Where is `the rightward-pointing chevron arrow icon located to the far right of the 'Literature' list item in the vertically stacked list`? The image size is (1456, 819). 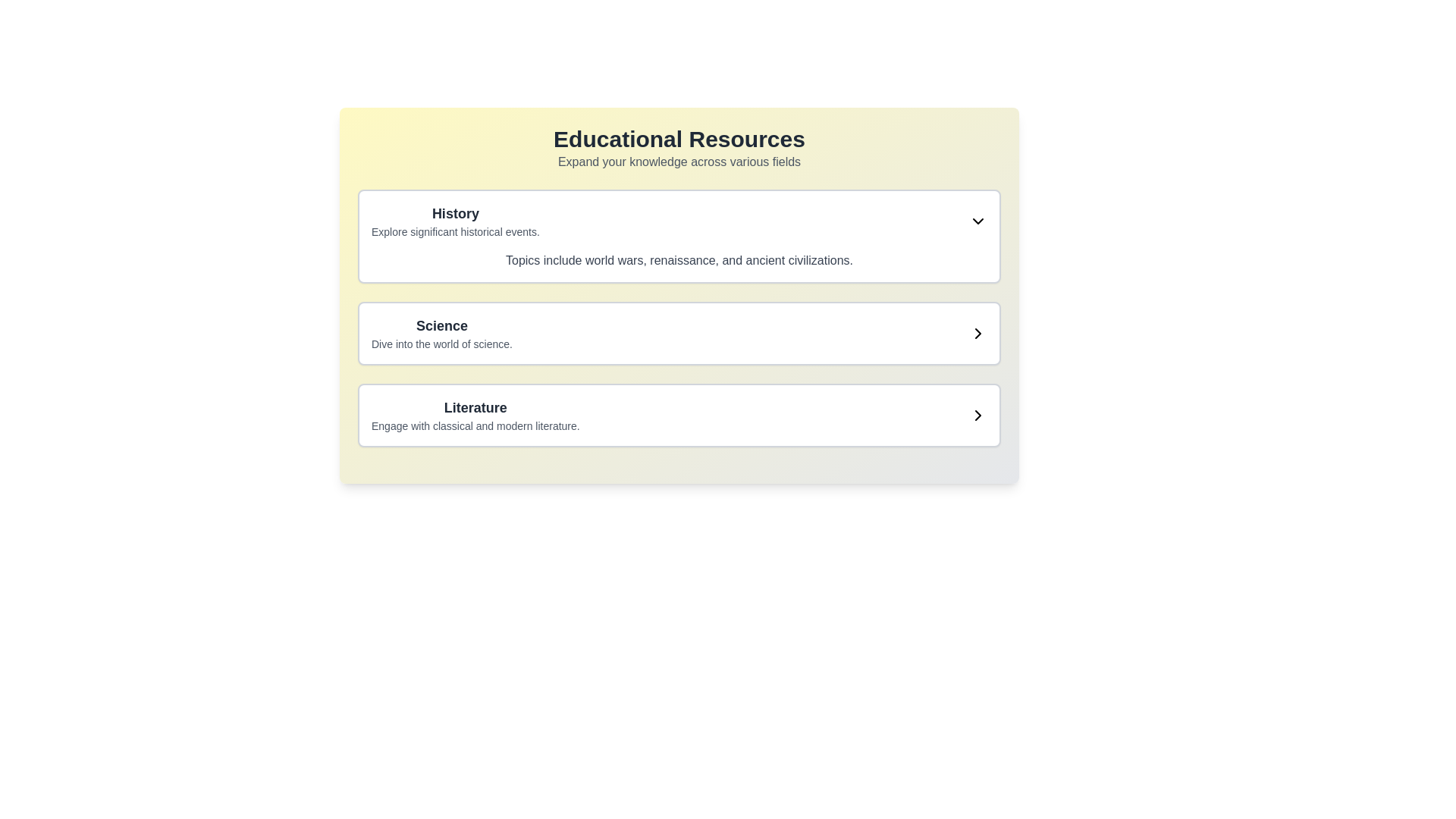 the rightward-pointing chevron arrow icon located to the far right of the 'Literature' list item in the vertically stacked list is located at coordinates (978, 415).